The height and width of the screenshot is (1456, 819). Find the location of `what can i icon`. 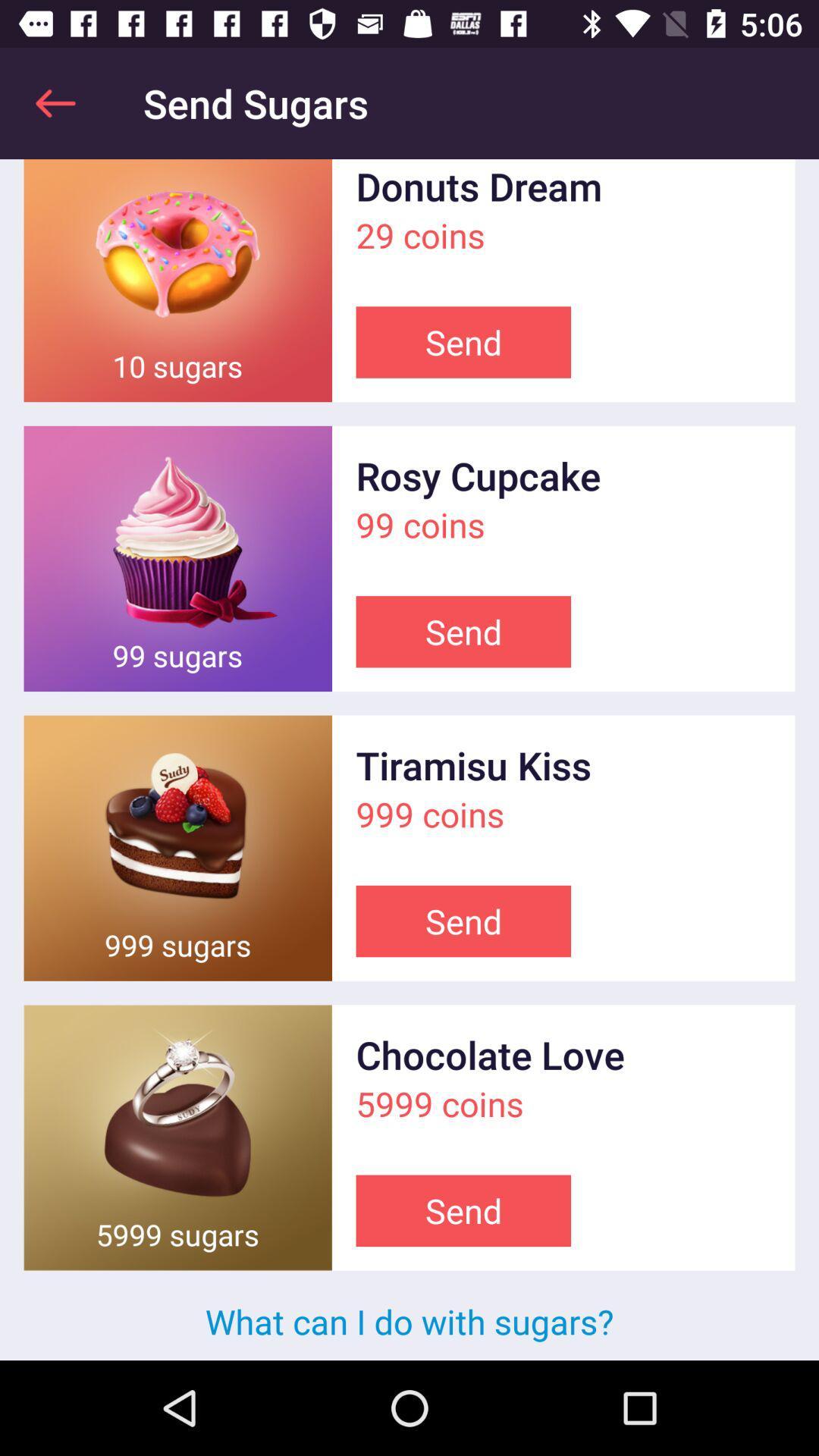

what can i icon is located at coordinates (409, 1320).